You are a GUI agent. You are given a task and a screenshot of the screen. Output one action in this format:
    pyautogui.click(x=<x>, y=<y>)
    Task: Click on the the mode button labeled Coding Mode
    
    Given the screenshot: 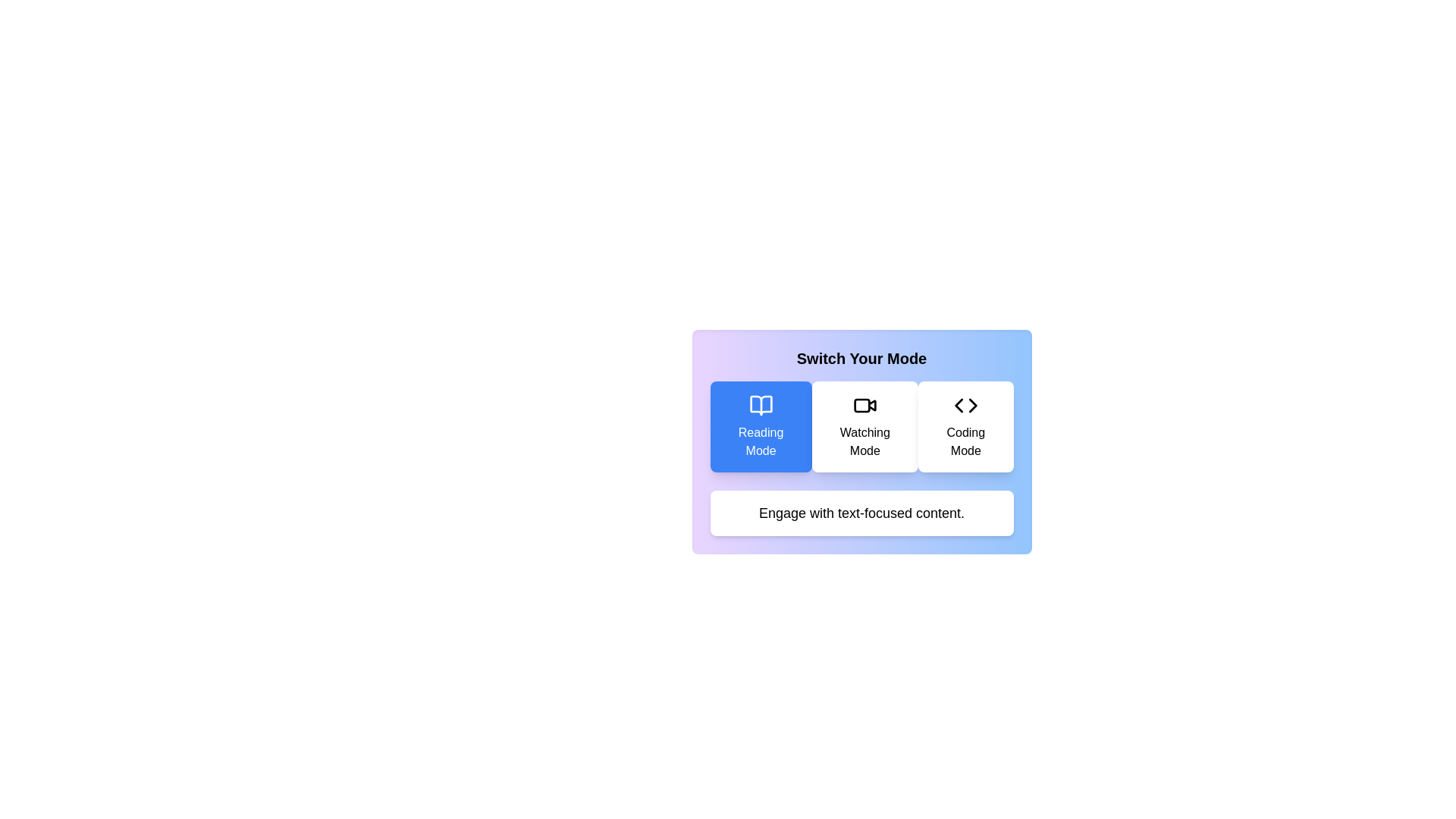 What is the action you would take?
    pyautogui.click(x=965, y=427)
    